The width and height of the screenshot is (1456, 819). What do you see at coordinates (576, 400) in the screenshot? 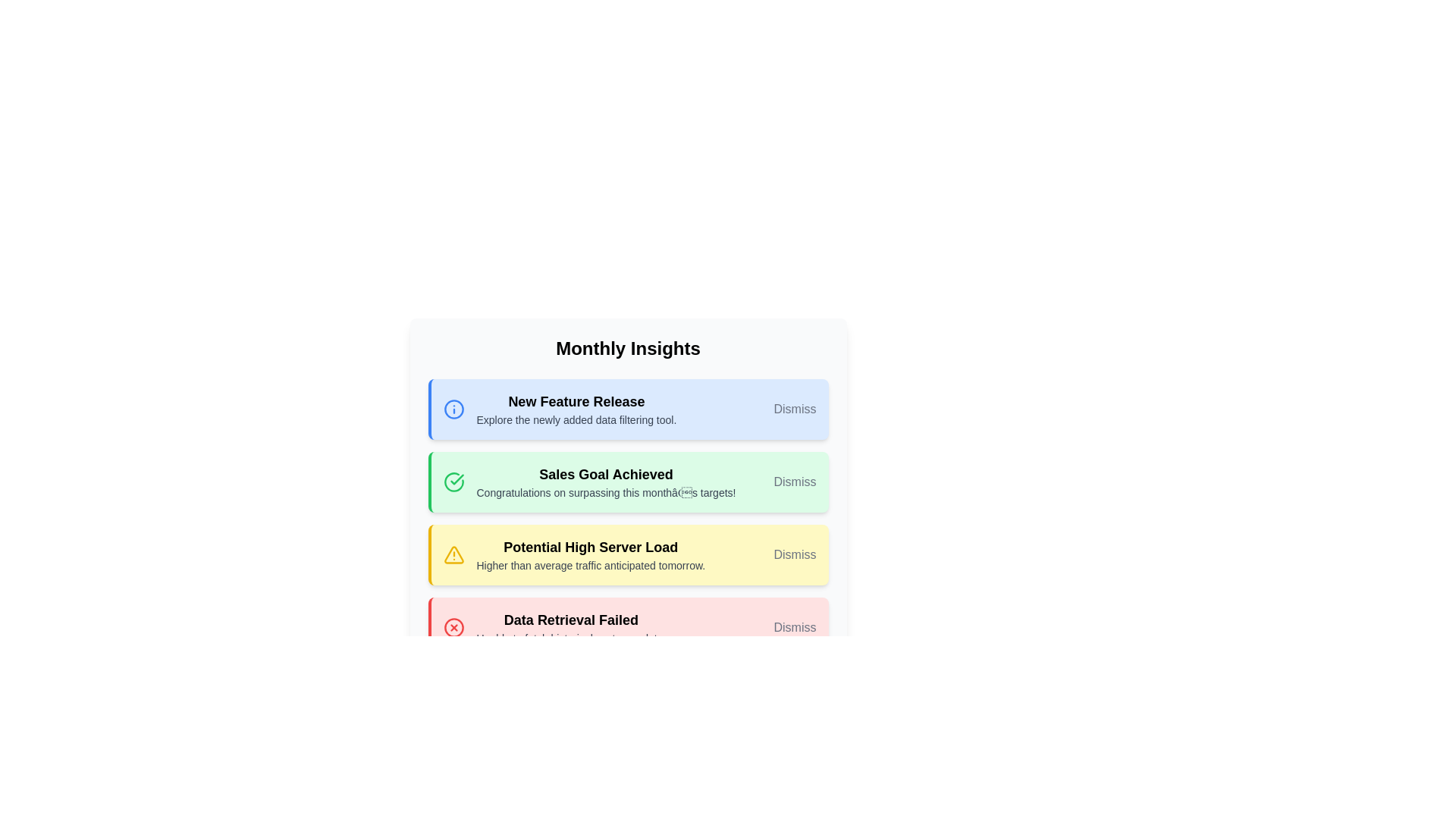
I see `the text label reading 'New Feature Release' which is styled in bold and large font, located at the top of the blue-highlighted section labeled 'Monthly Insights'` at bounding box center [576, 400].